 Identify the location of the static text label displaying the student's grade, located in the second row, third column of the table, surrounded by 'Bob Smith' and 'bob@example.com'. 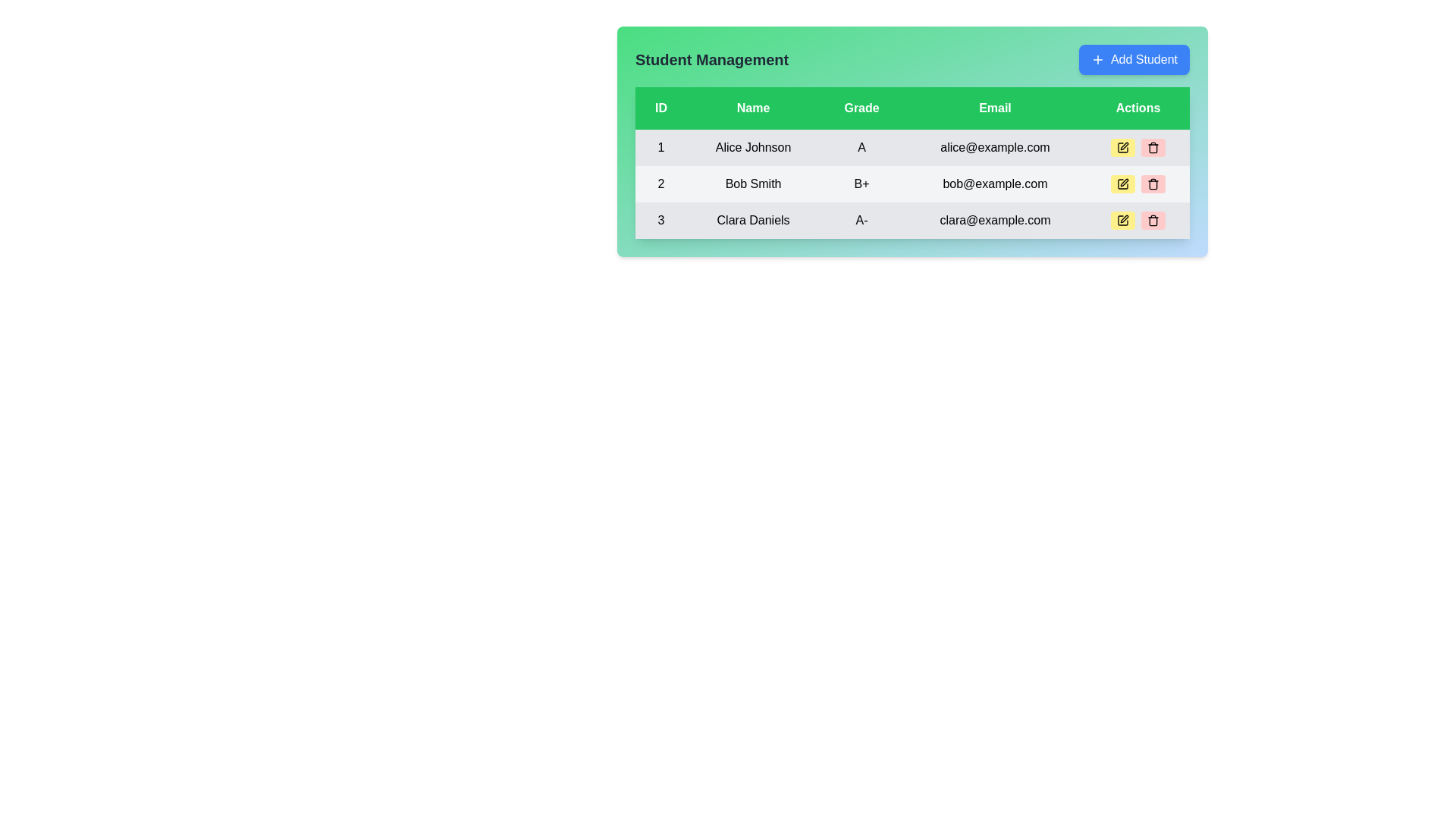
(861, 184).